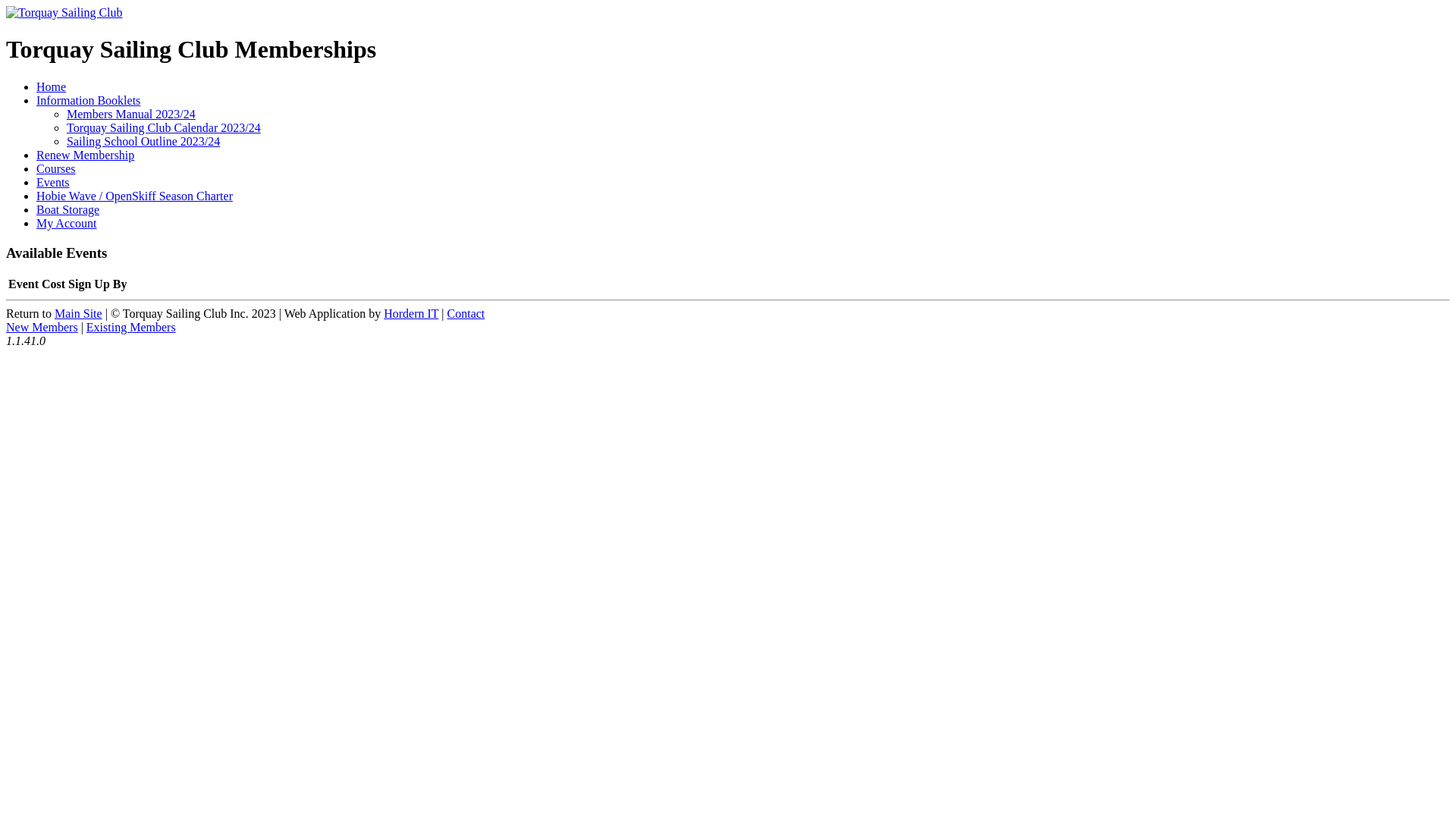  Describe the element at coordinates (51, 86) in the screenshot. I see `'Home'` at that location.